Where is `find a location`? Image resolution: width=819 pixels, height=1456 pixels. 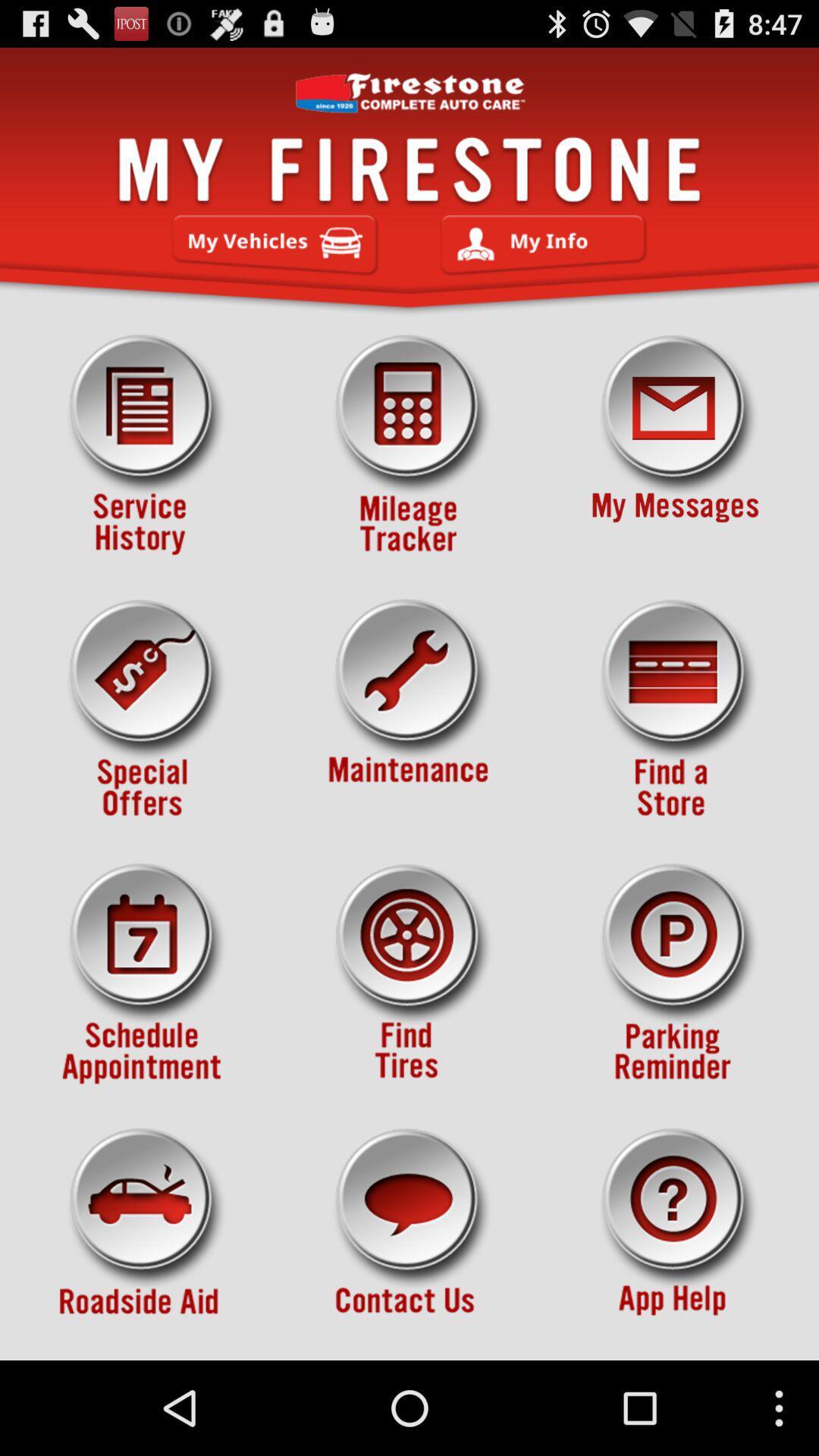
find a location is located at coordinates (675, 709).